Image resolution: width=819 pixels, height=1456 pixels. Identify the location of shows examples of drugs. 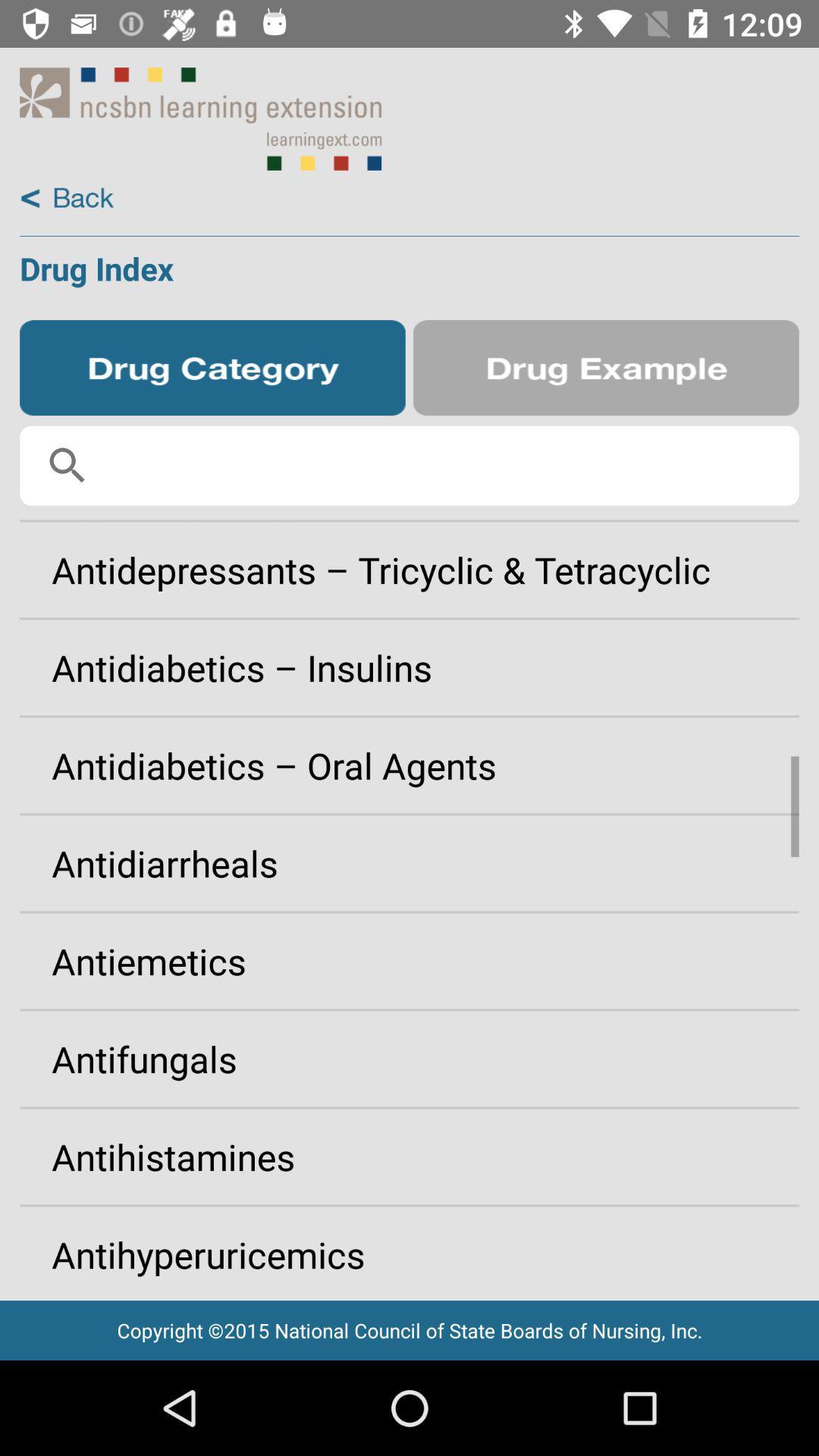
(605, 368).